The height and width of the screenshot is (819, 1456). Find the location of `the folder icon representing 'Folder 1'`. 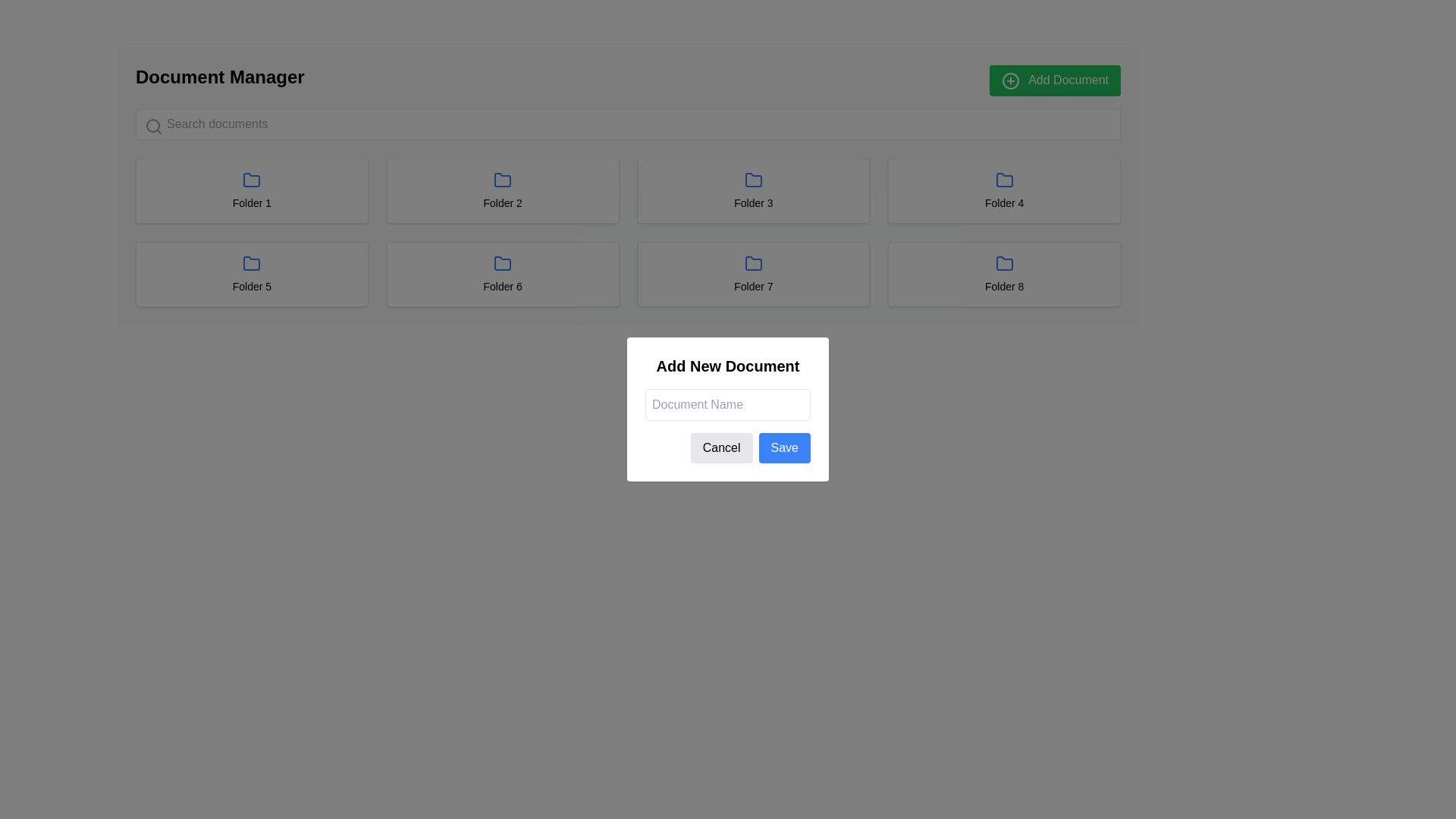

the folder icon representing 'Folder 1' is located at coordinates (252, 179).